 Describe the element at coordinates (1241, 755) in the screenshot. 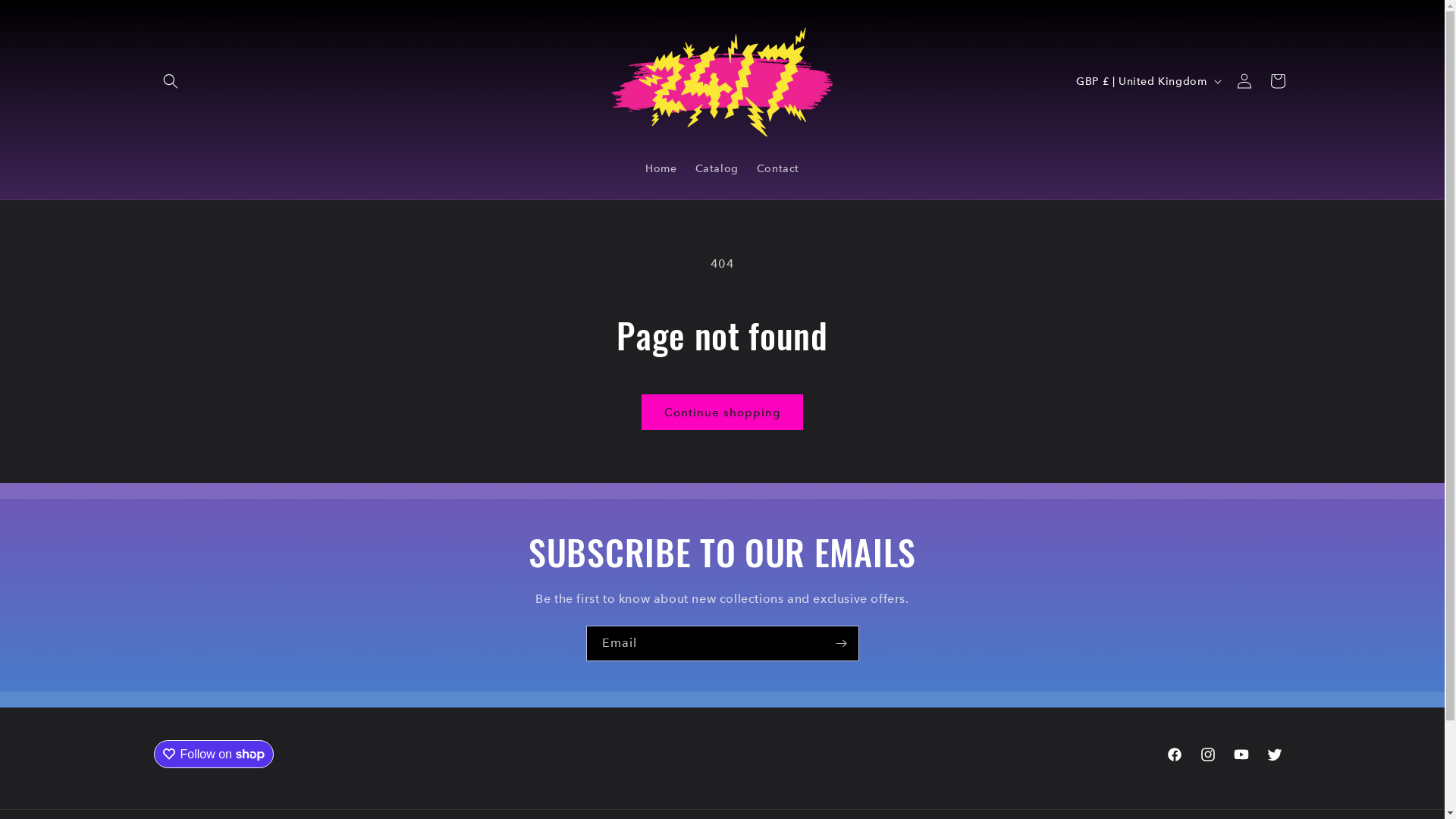

I see `'YouTube'` at that location.